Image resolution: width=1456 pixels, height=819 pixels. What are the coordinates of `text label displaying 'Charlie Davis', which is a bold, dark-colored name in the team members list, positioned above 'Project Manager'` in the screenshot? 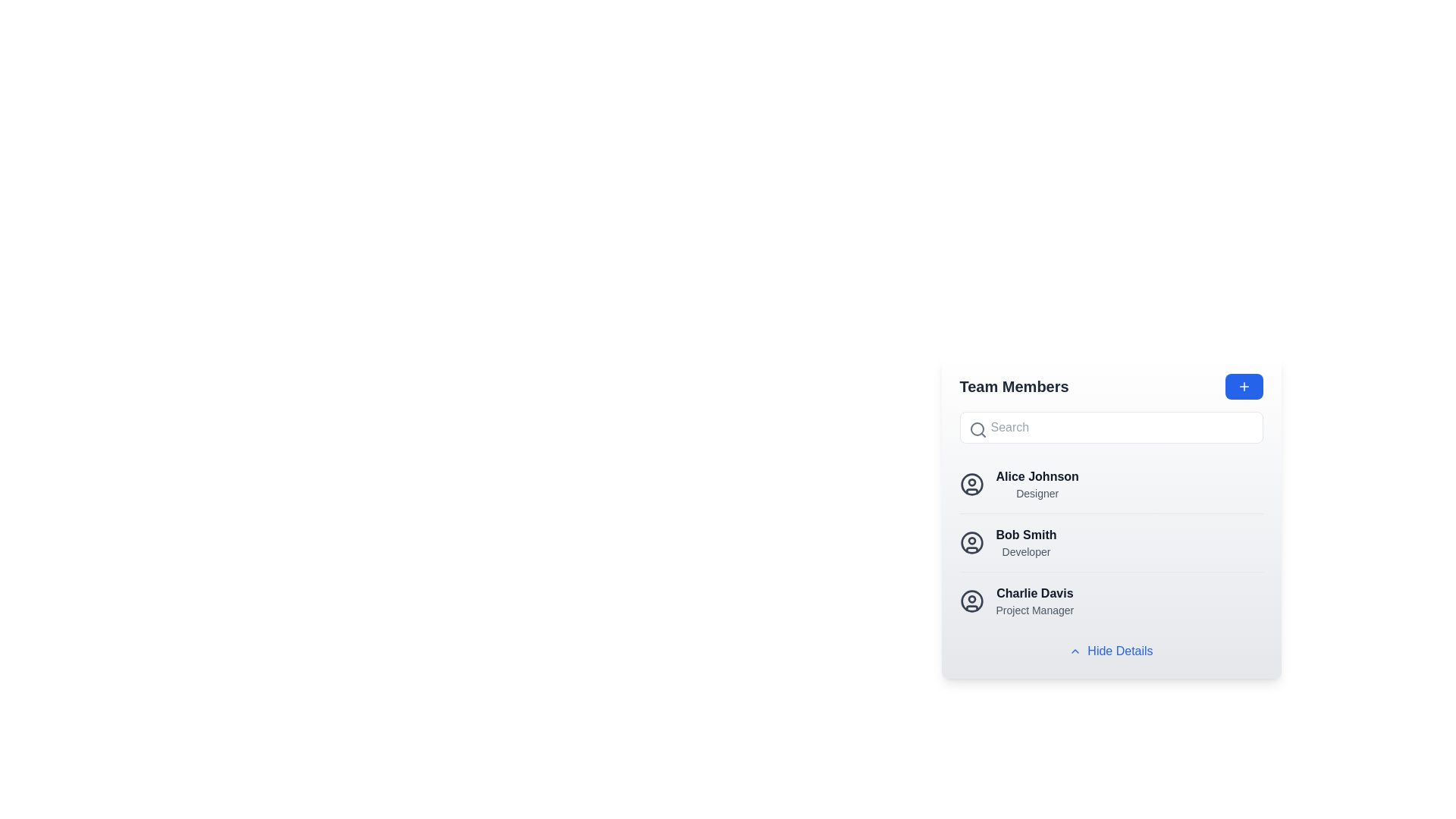 It's located at (1034, 593).